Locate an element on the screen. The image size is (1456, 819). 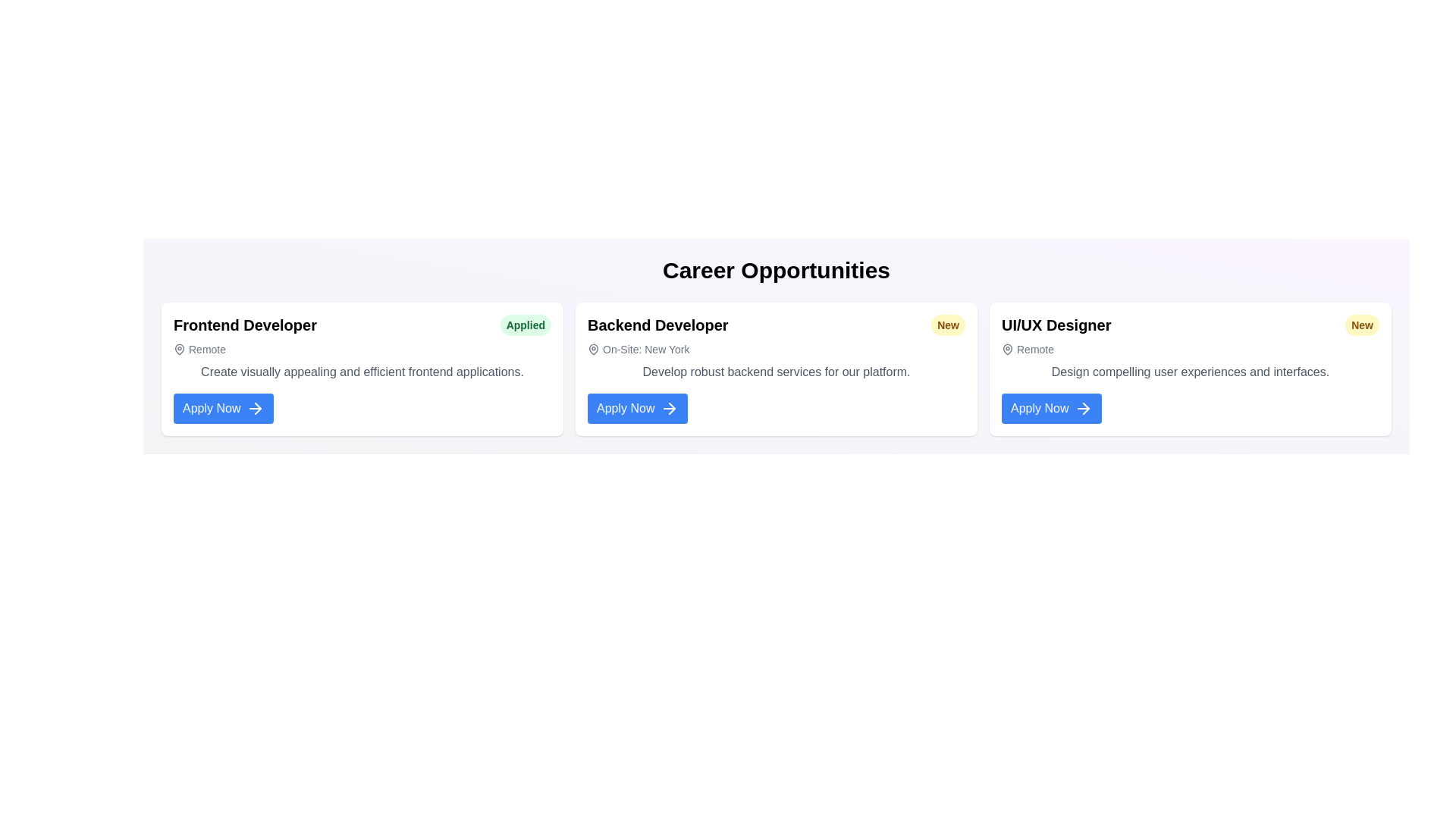
the Descriptive Label with Badge that displays 'Backend Developer' in bold text with a yellow badge labeled 'New' on the right is located at coordinates (776, 324).